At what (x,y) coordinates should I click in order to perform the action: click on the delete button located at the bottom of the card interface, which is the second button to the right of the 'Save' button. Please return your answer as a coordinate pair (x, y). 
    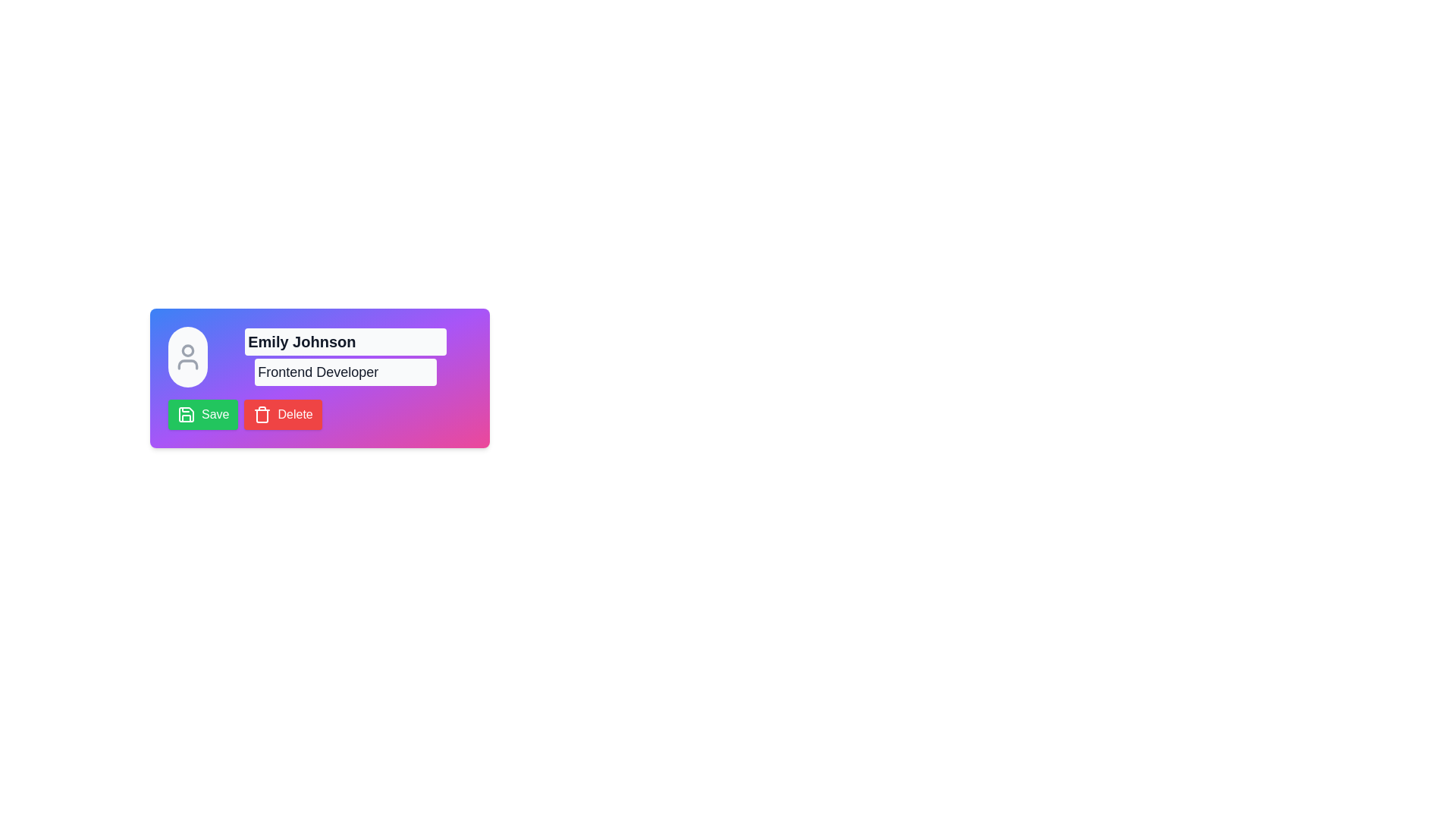
    Looking at the image, I should click on (319, 415).